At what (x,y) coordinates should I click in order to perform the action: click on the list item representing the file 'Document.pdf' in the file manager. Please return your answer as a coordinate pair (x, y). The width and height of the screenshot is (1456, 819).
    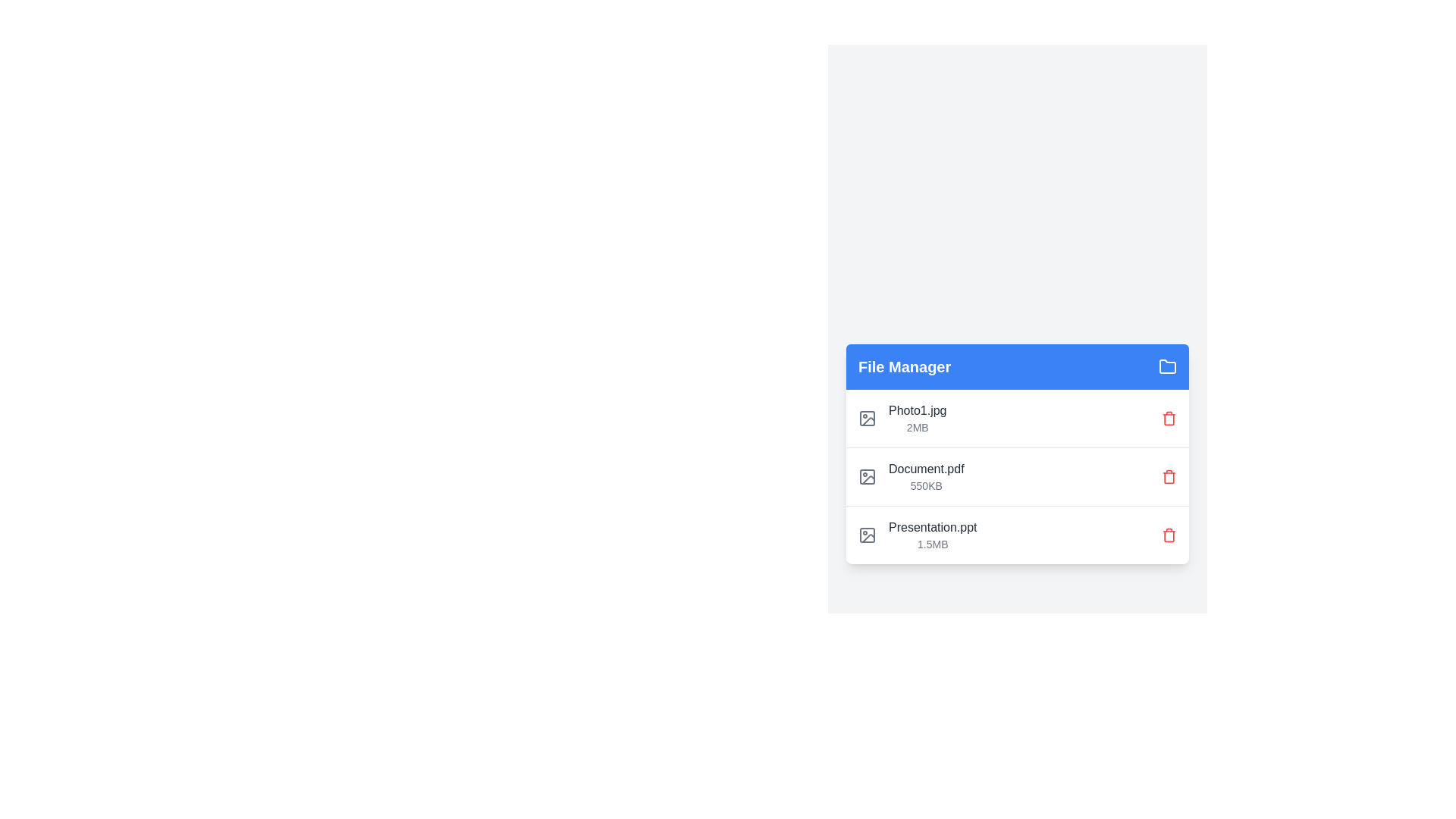
    Looking at the image, I should click on (1018, 475).